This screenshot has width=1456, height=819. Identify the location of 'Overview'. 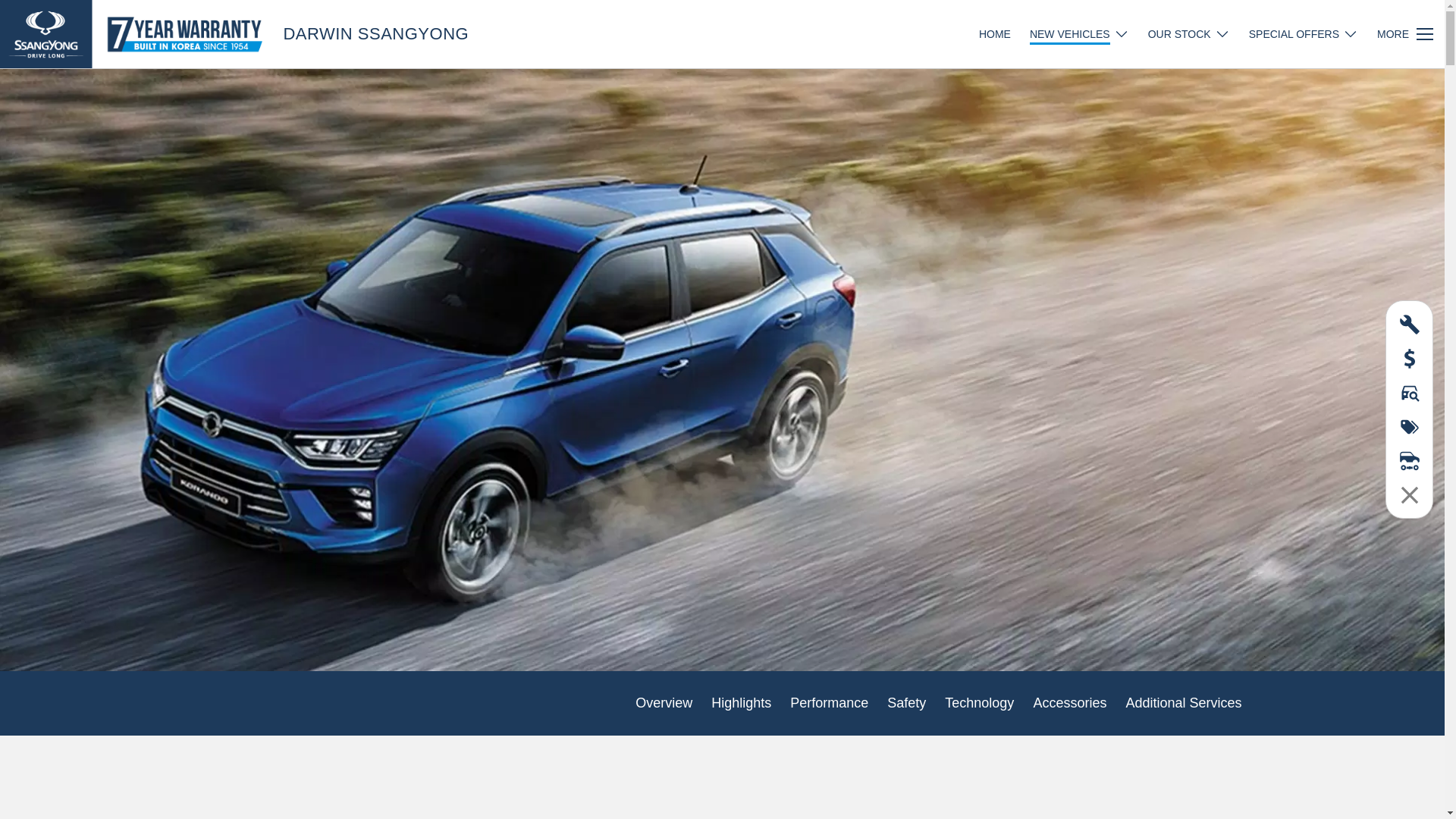
(635, 704).